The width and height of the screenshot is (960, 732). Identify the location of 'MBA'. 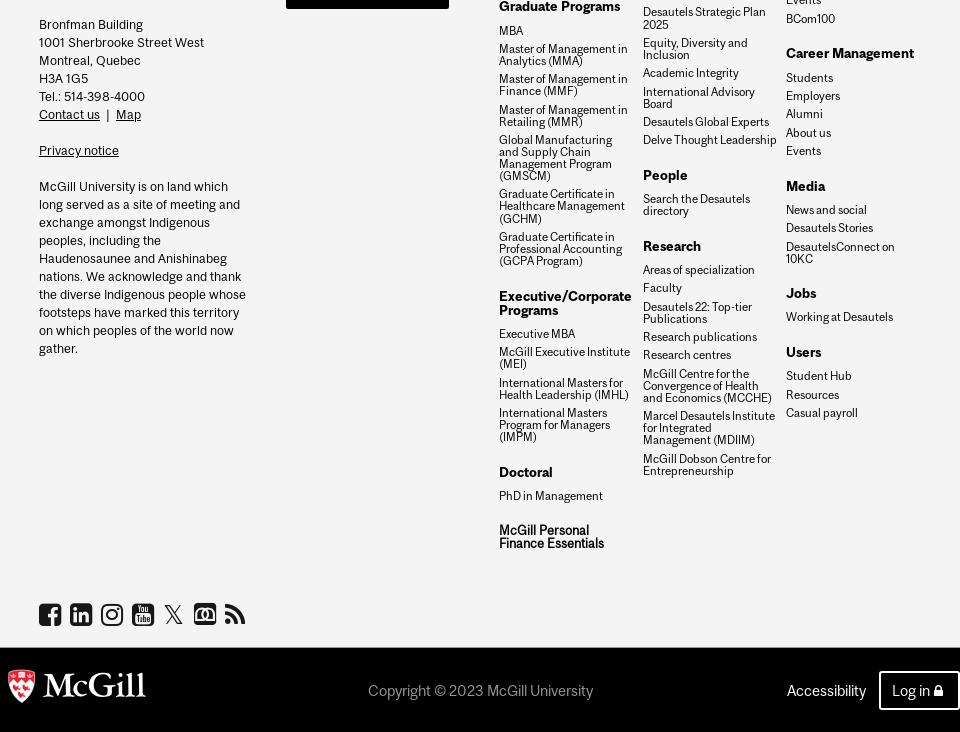
(508, 28).